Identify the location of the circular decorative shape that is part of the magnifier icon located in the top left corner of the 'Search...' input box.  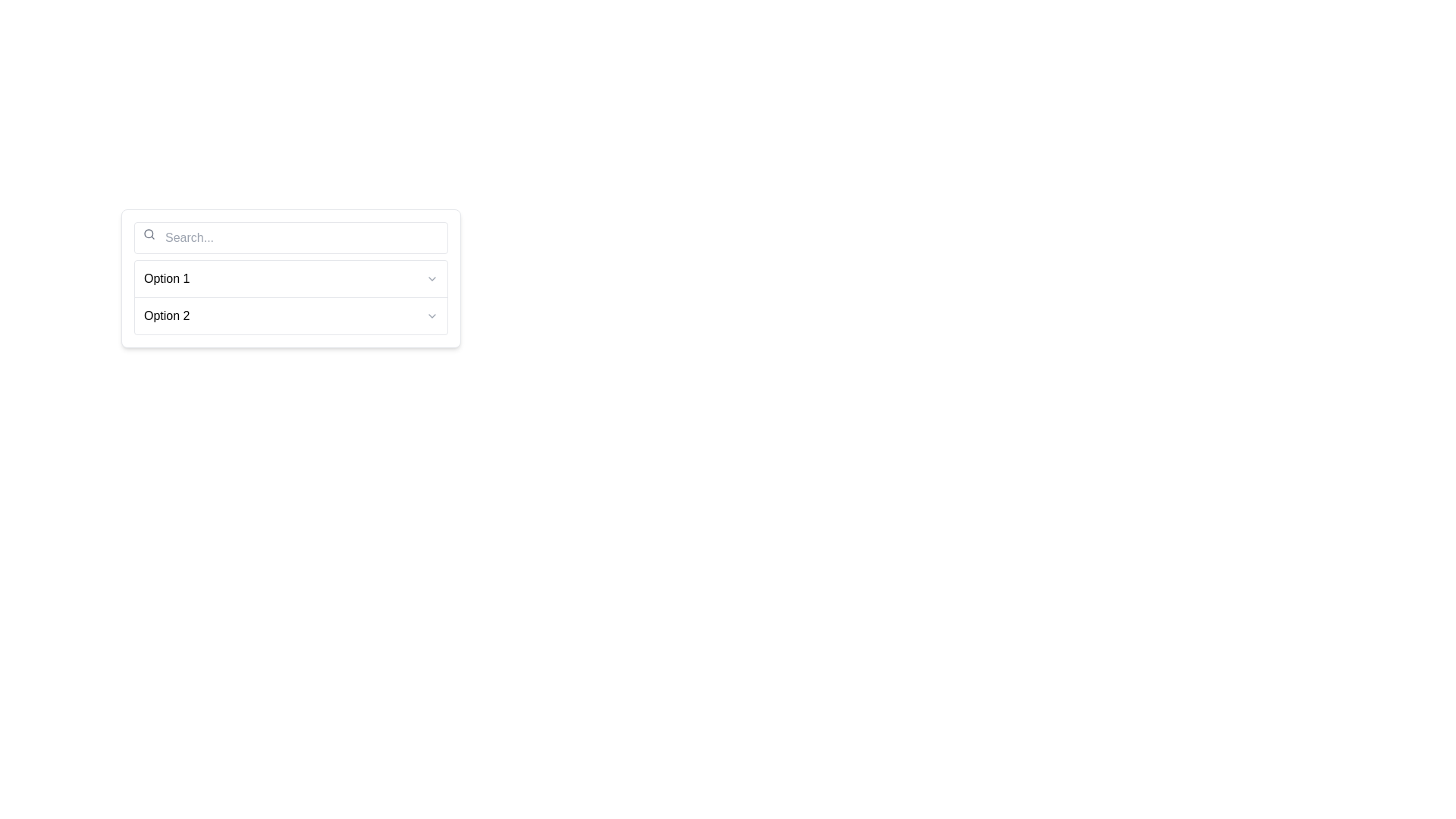
(149, 234).